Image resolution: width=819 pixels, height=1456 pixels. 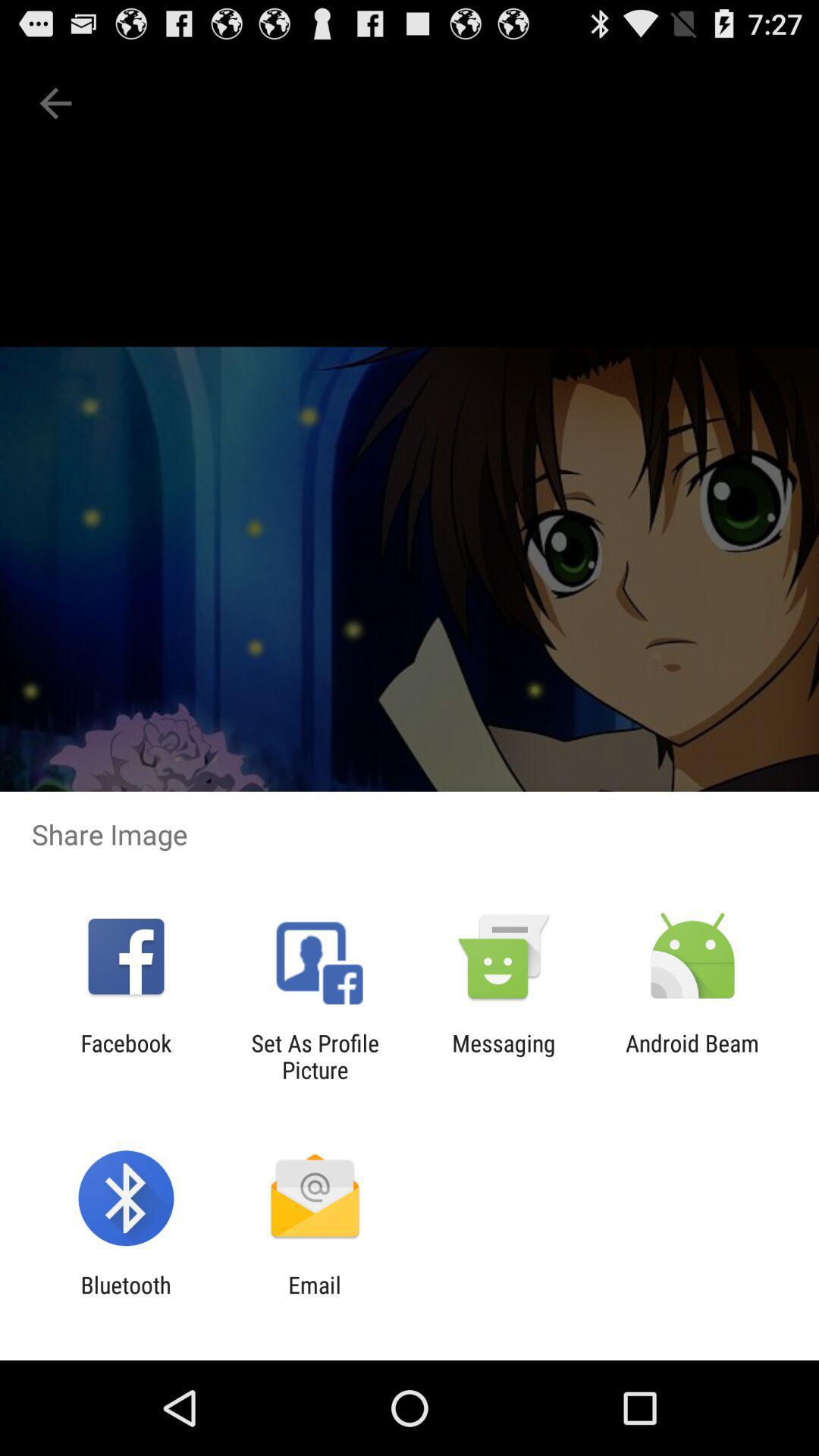 I want to click on the email, so click(x=314, y=1298).